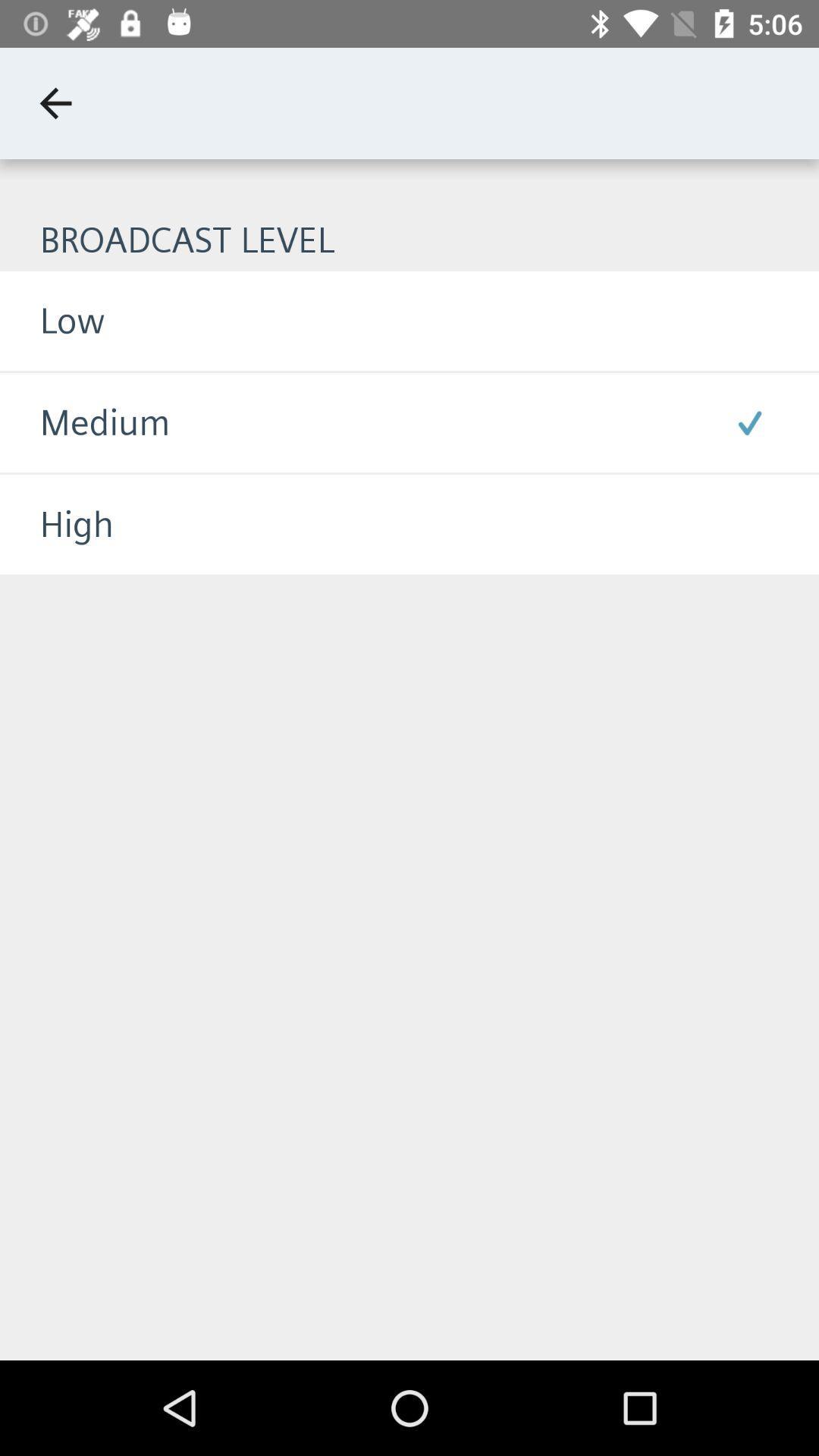  What do you see at coordinates (52, 320) in the screenshot?
I see `low item` at bounding box center [52, 320].